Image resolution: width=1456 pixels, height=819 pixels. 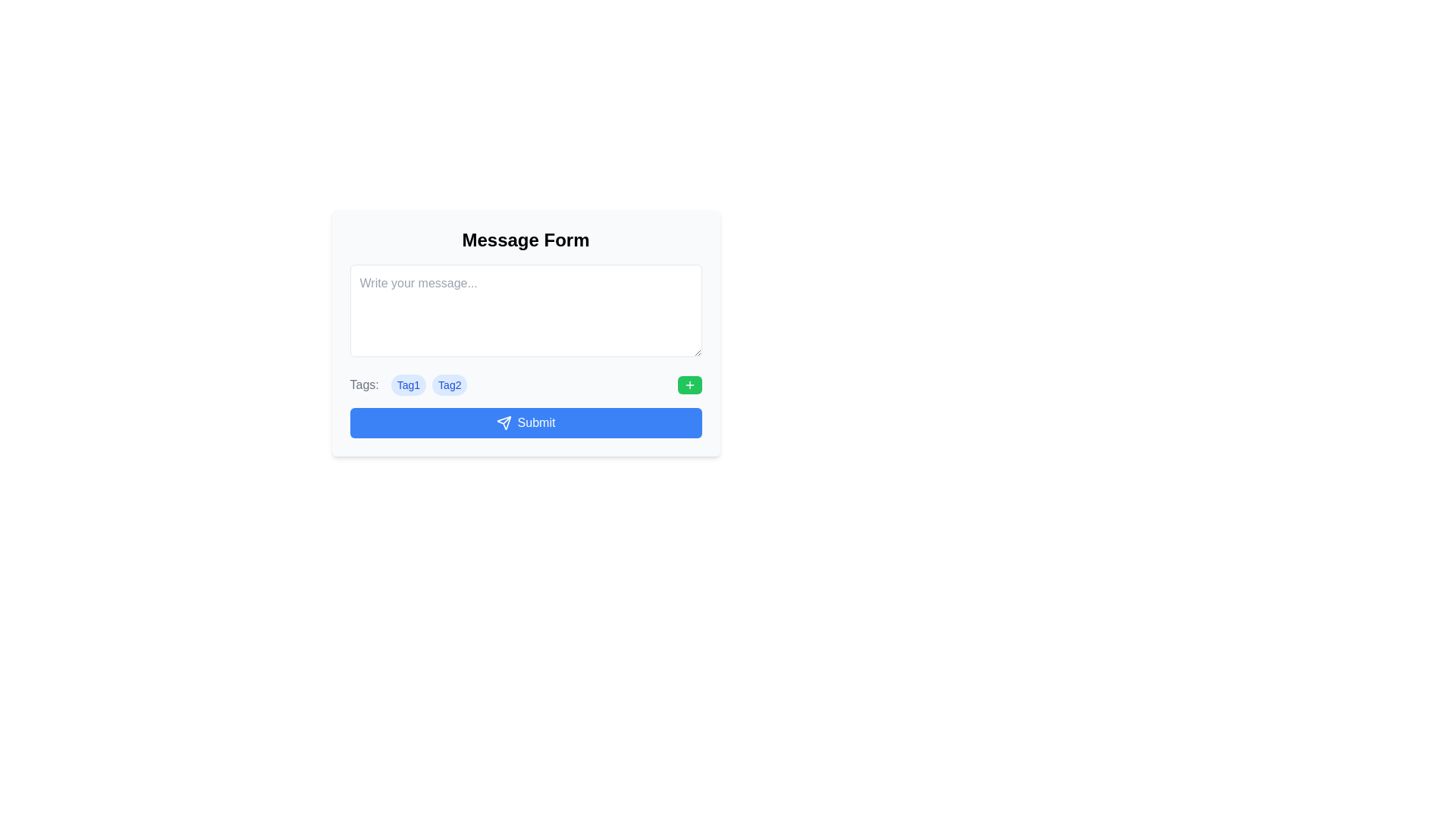 What do you see at coordinates (504, 423) in the screenshot?
I see `the graphic icon representing the send button located on the right side of the input area below the tags section` at bounding box center [504, 423].